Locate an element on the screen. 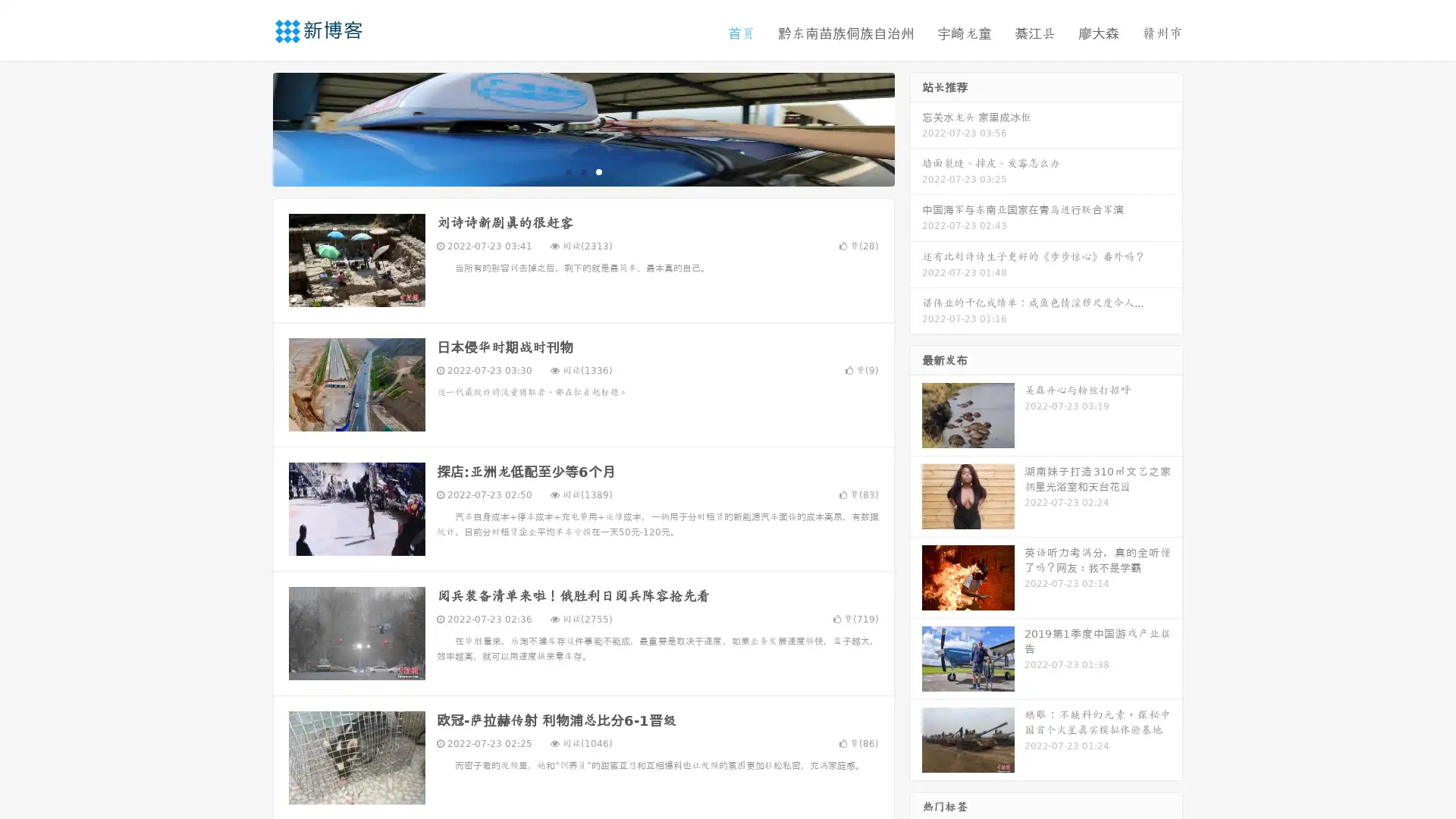  Go to slide 1 is located at coordinates (567, 171).